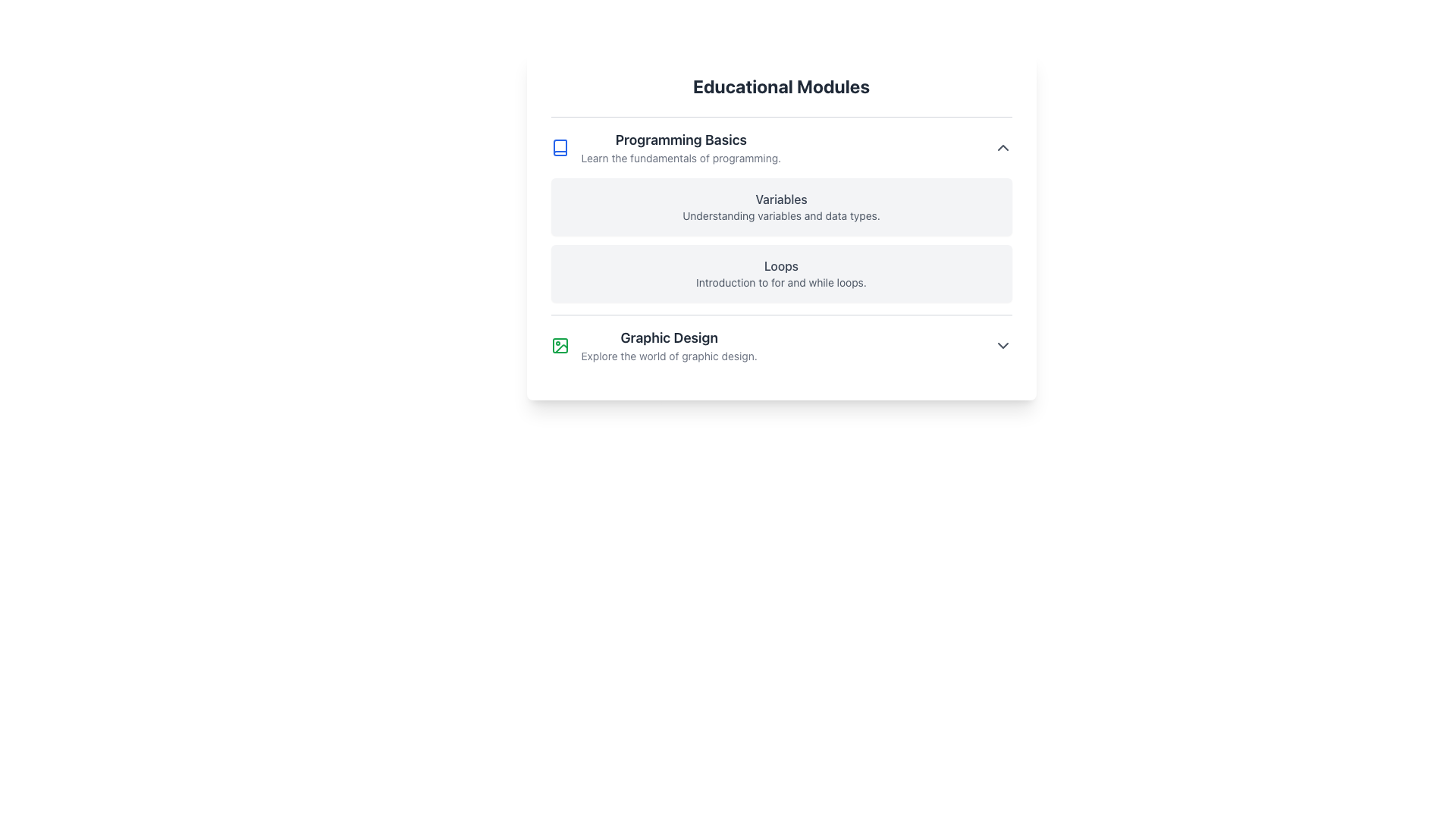 Image resolution: width=1456 pixels, height=819 pixels. I want to click on the Informative Section element featuring a blue book icon and the text 'Programming Basics' and 'Learn the fundamentals of programming.', so click(666, 148).